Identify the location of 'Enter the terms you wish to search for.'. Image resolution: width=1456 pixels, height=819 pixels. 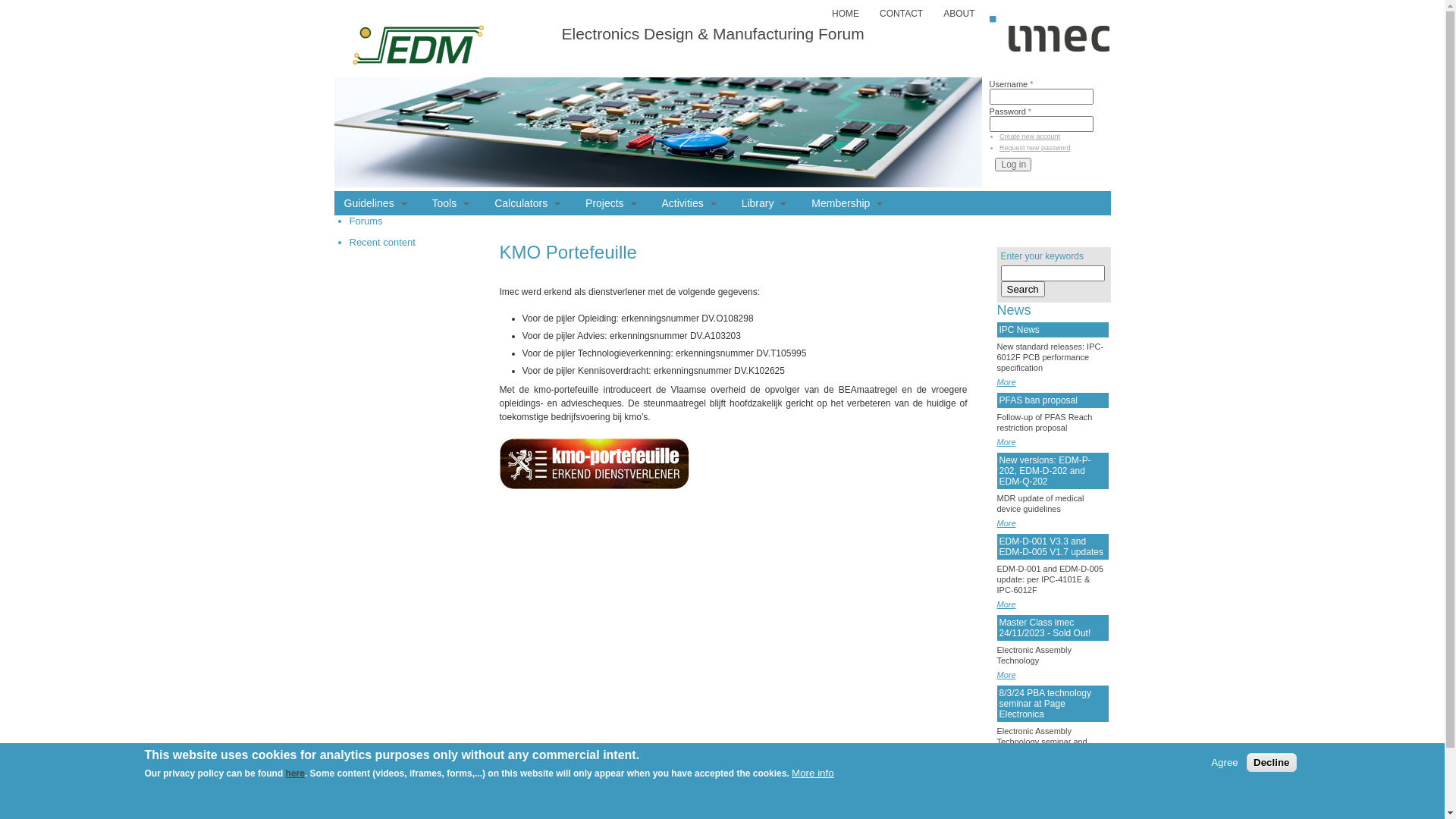
(1052, 273).